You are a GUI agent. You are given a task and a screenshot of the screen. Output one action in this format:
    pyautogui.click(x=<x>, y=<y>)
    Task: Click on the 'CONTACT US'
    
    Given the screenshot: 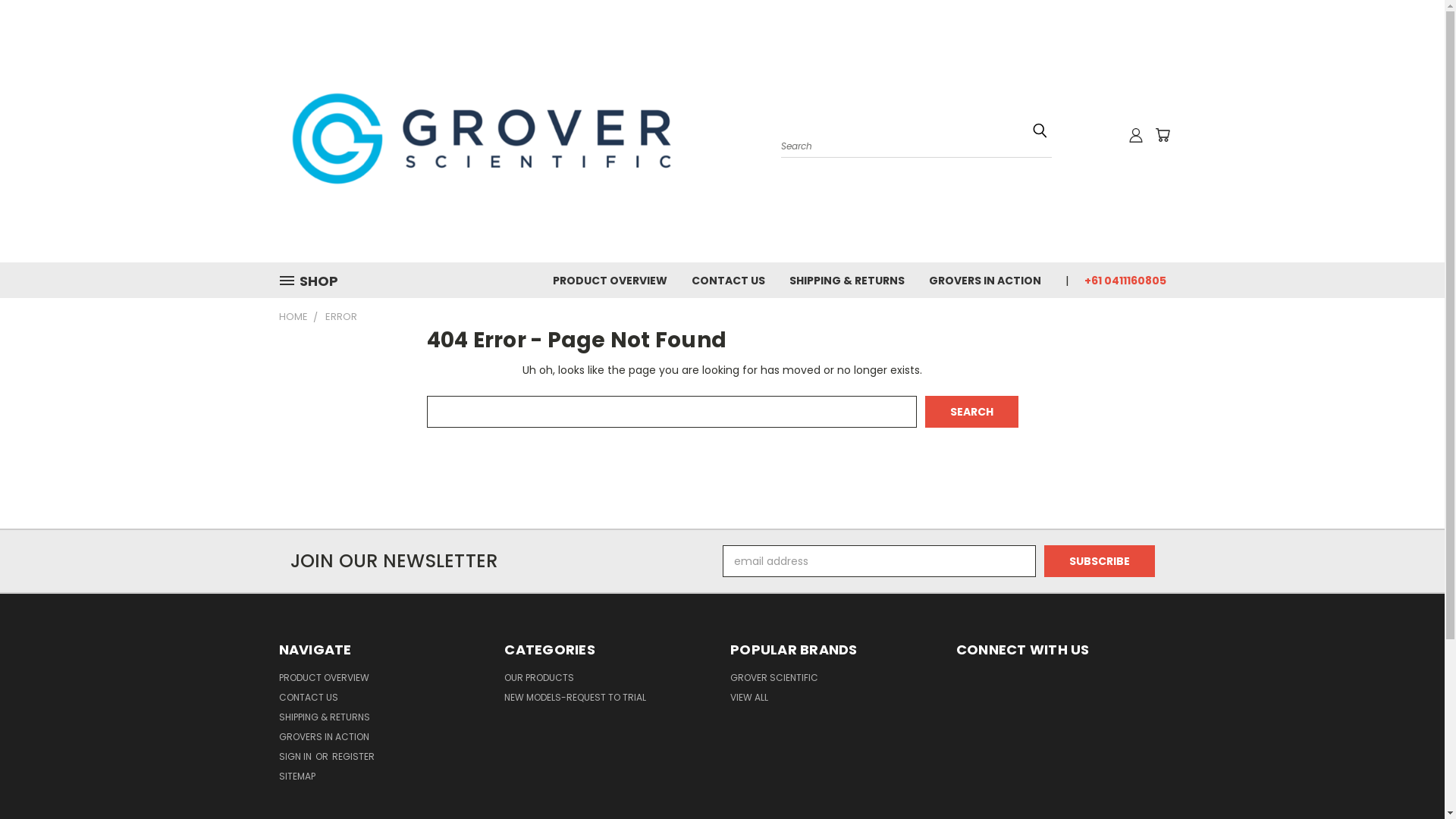 What is the action you would take?
    pyautogui.click(x=308, y=700)
    